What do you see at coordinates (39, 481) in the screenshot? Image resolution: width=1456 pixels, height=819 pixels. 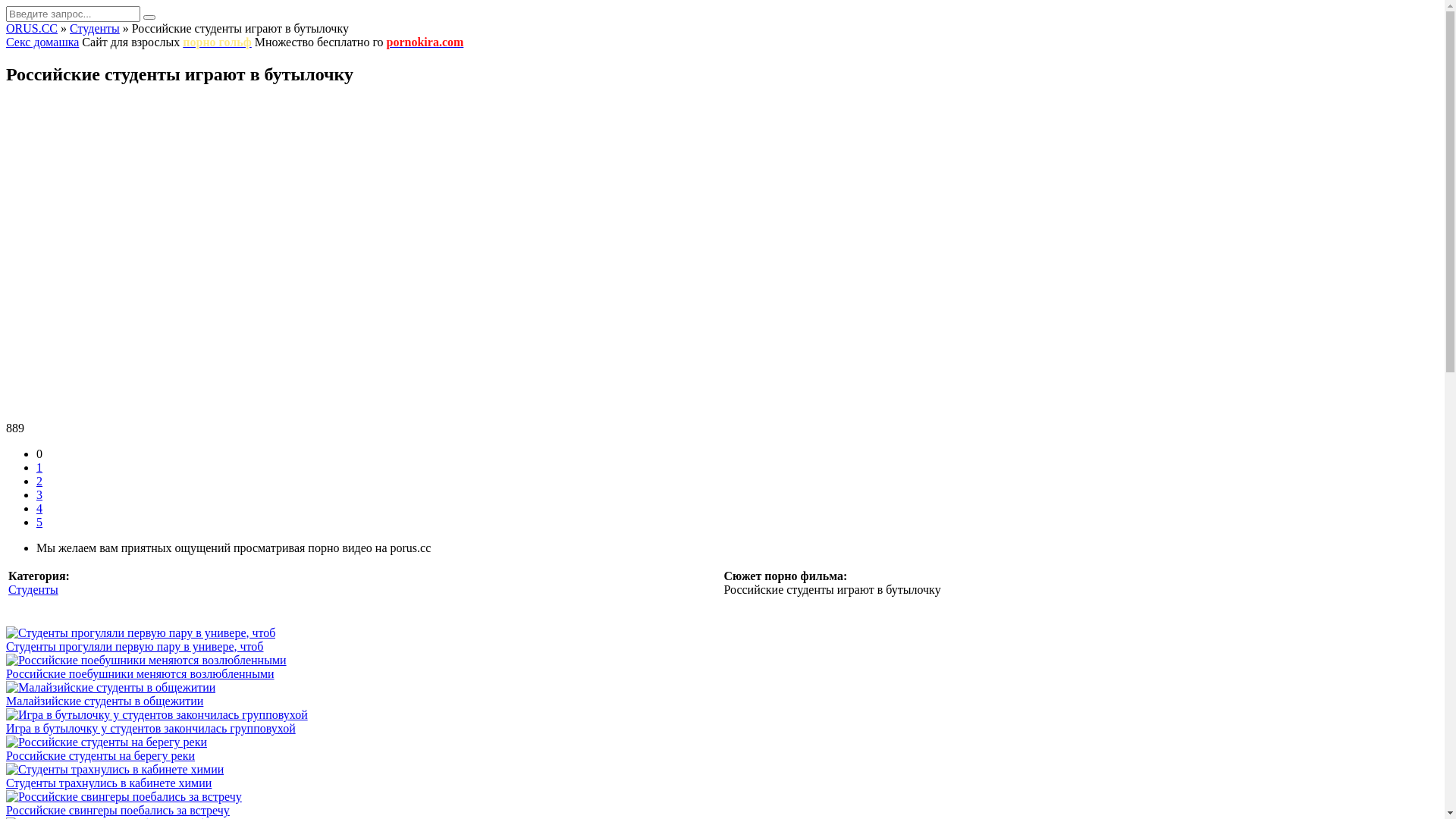 I see `'2'` at bounding box center [39, 481].